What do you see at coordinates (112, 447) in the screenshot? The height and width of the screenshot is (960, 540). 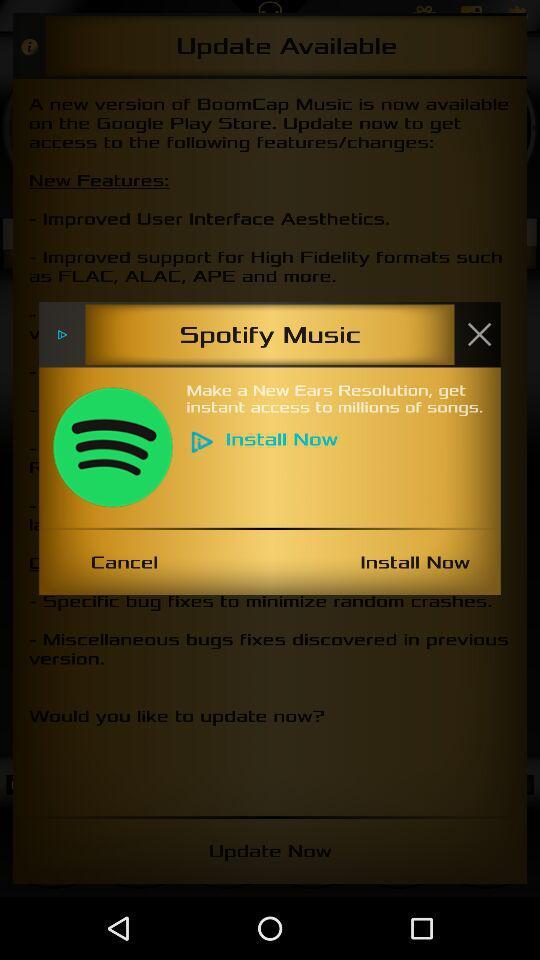 I see `item to the left of the make a new icon` at bounding box center [112, 447].